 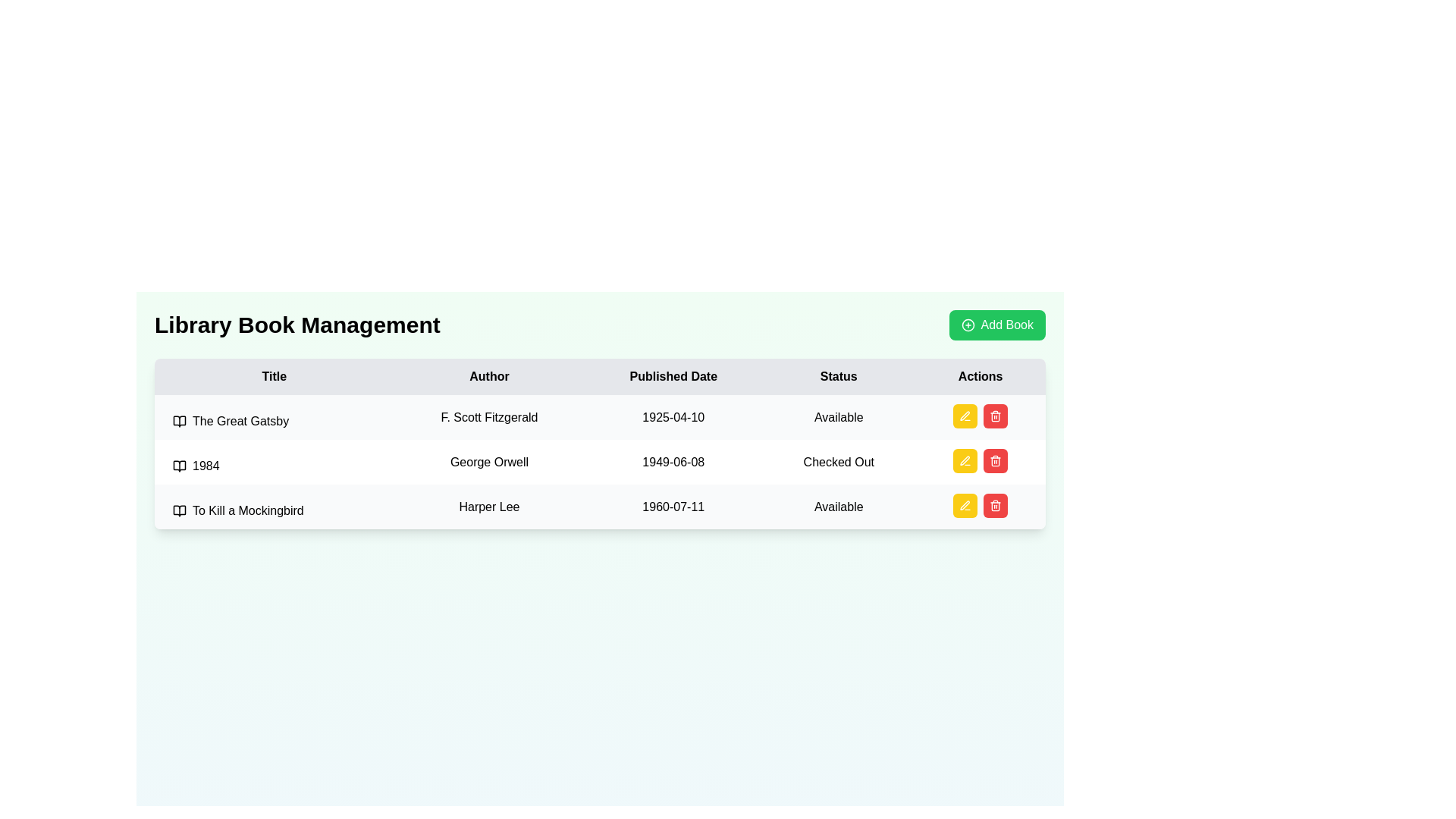 I want to click on the content of the text label displaying the publication date of the book 'To Kill a Mockingbird', located in the 'Published Date' column of the table, so click(x=673, y=507).